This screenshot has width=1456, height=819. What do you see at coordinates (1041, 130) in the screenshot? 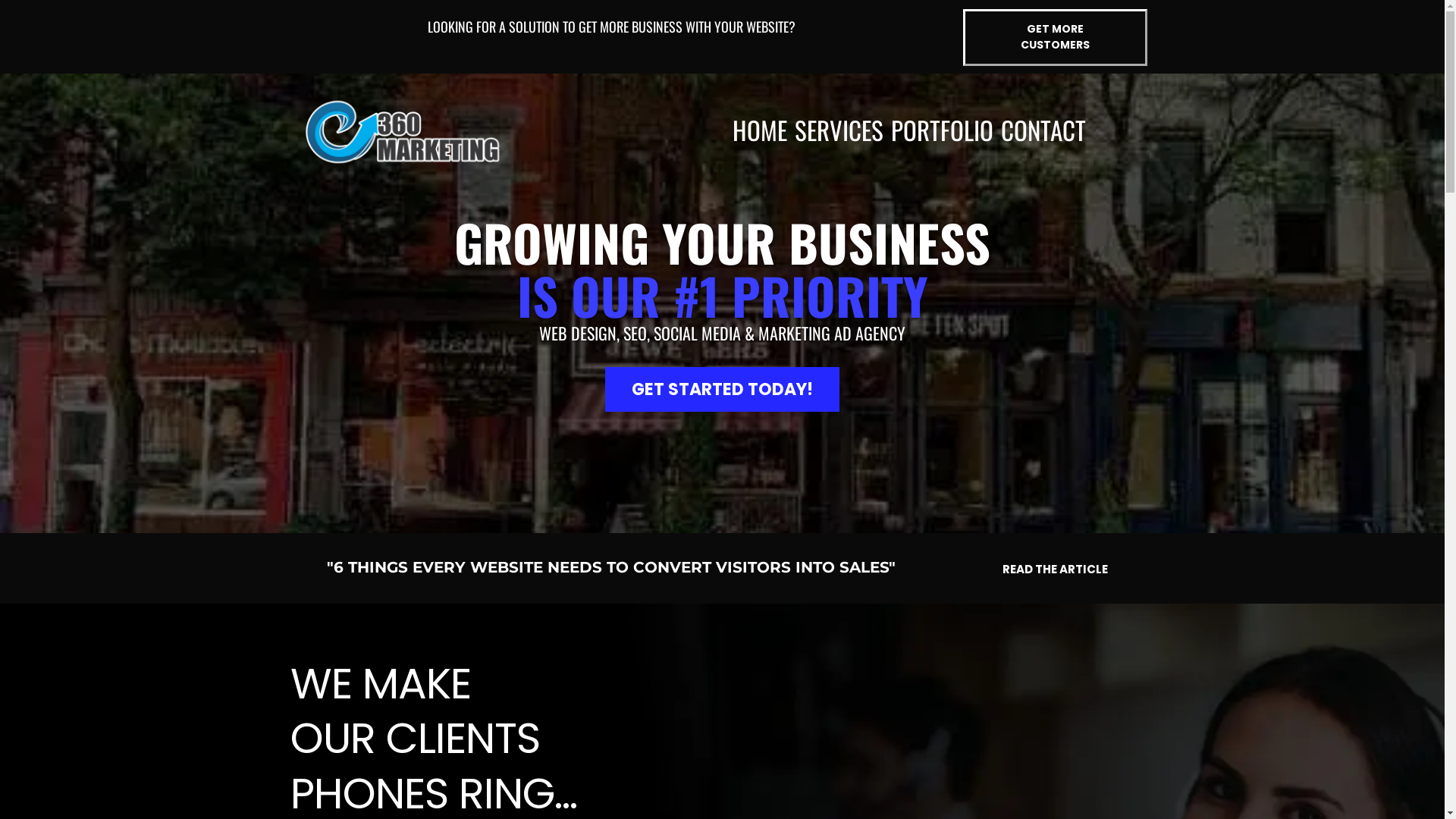
I see `'CONTACT'` at bounding box center [1041, 130].